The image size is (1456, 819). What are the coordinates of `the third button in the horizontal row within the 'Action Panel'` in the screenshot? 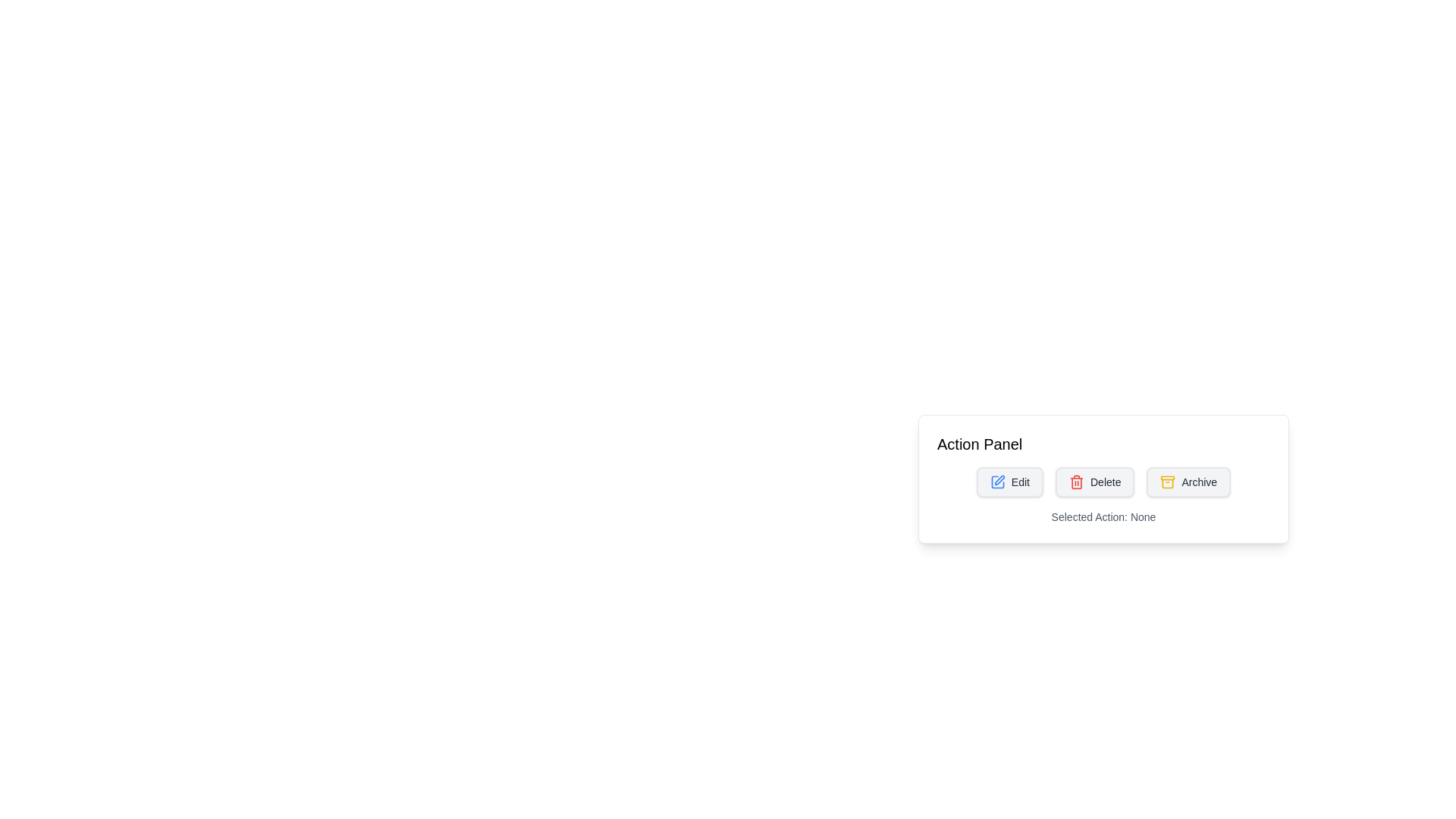 It's located at (1188, 482).